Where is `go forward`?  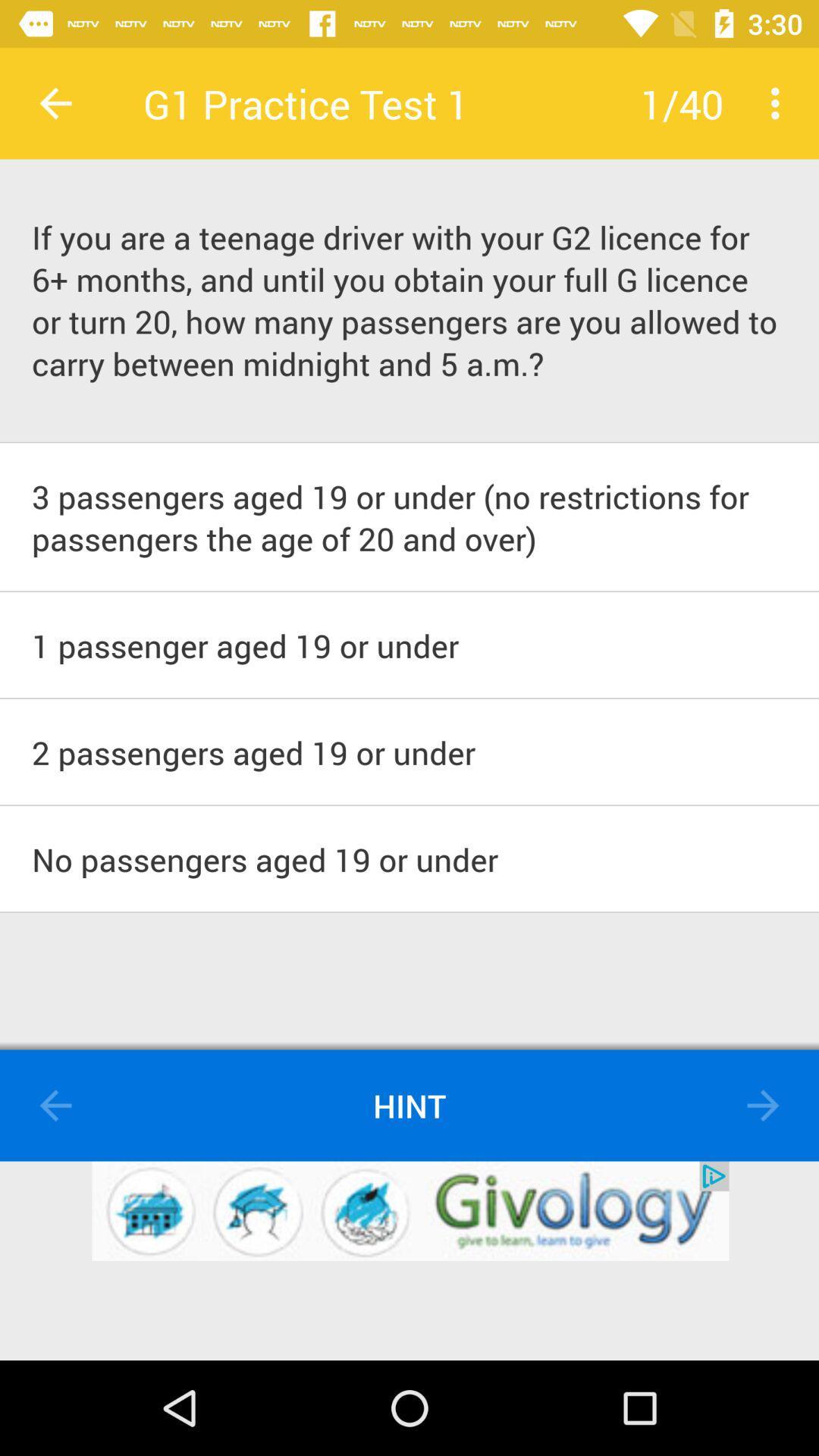
go forward is located at coordinates (763, 1106).